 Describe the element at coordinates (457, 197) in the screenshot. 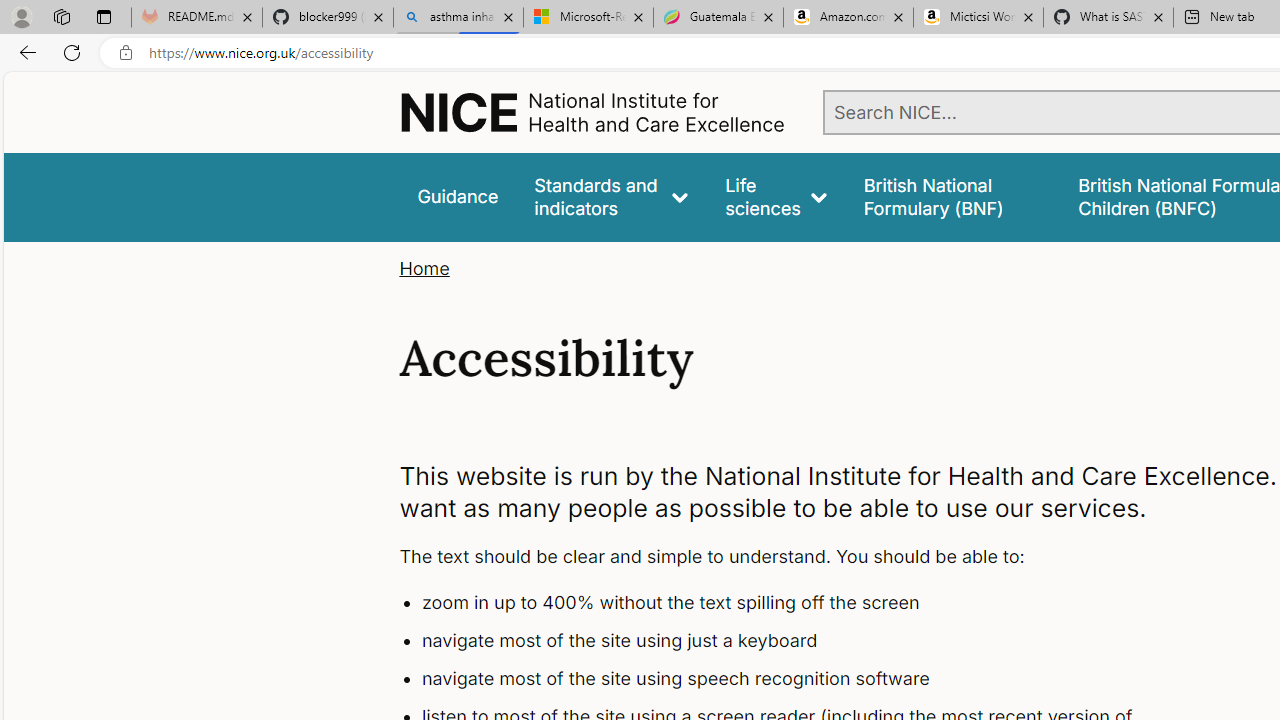

I see `'Guidance'` at that location.